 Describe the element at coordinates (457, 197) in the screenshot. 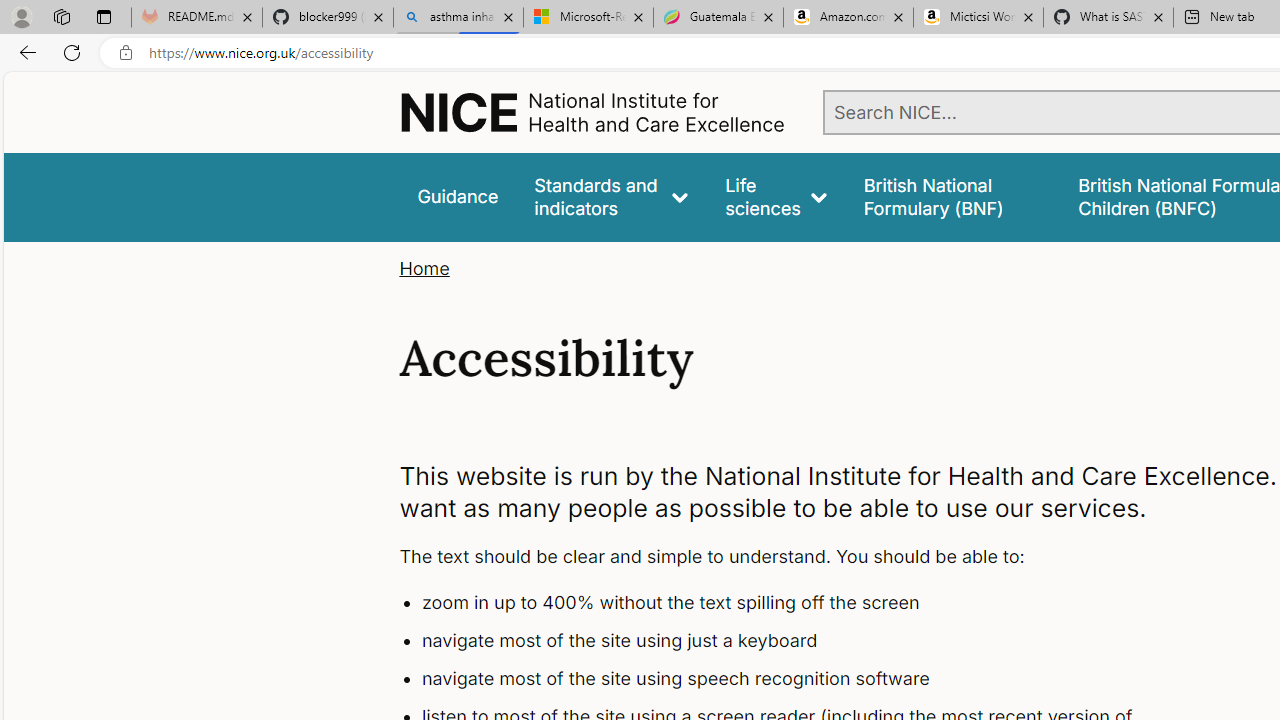

I see `'Guidance'` at that location.